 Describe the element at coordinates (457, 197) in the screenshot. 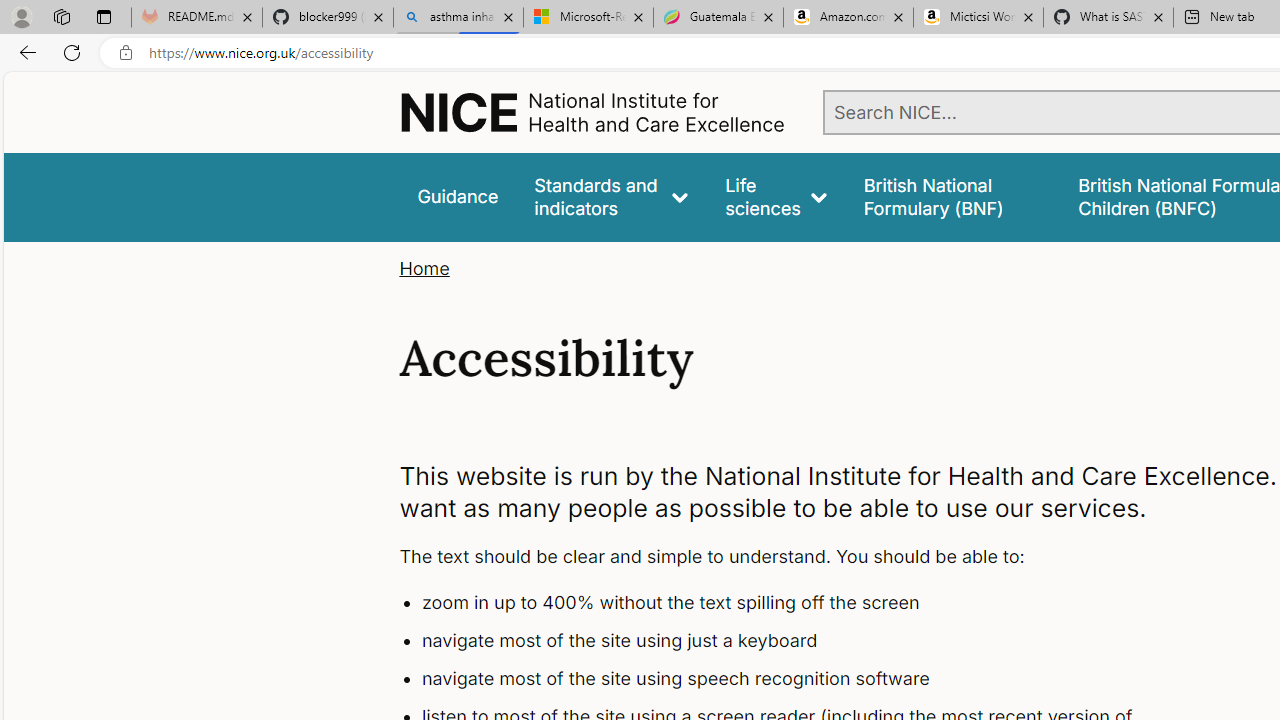

I see `'Guidance'` at that location.